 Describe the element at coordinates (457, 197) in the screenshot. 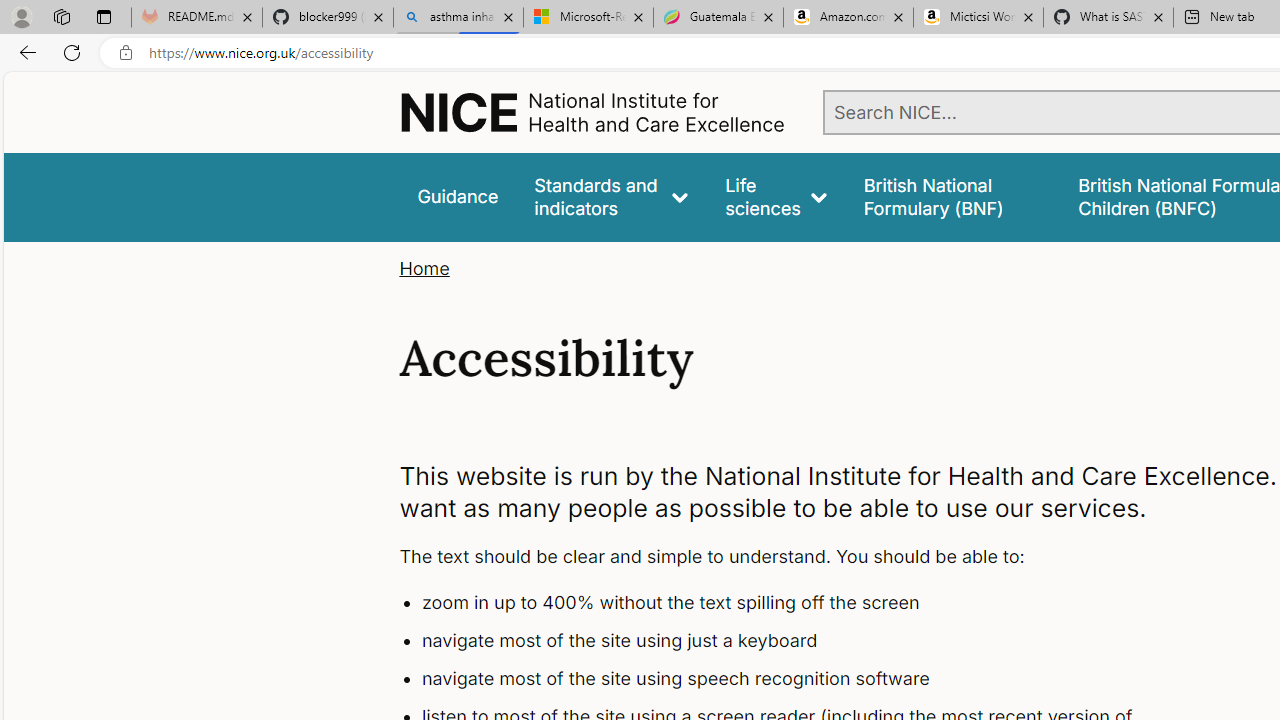

I see `'Guidance'` at that location.